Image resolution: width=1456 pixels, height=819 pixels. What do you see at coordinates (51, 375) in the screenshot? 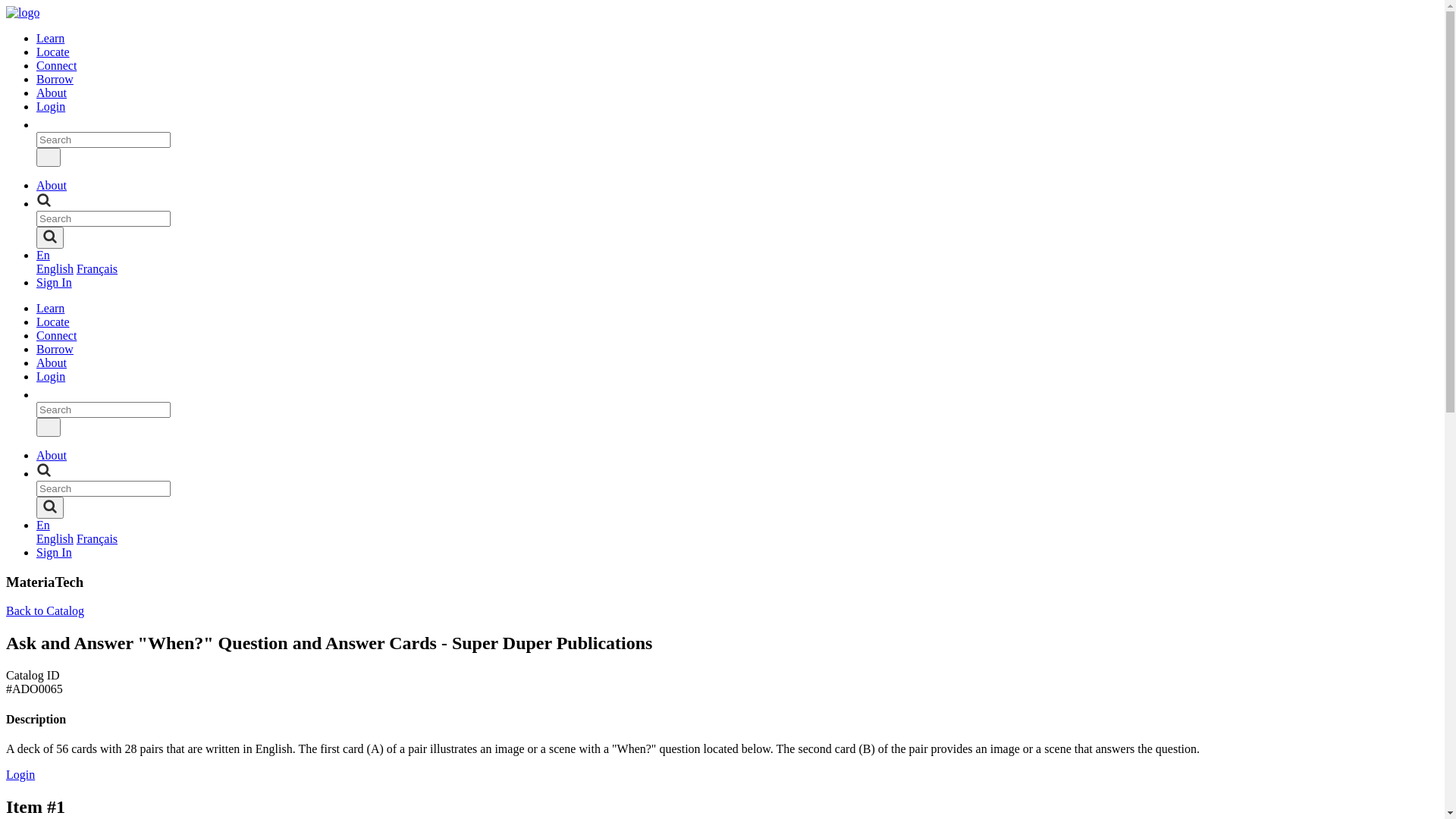
I see `'Login'` at bounding box center [51, 375].